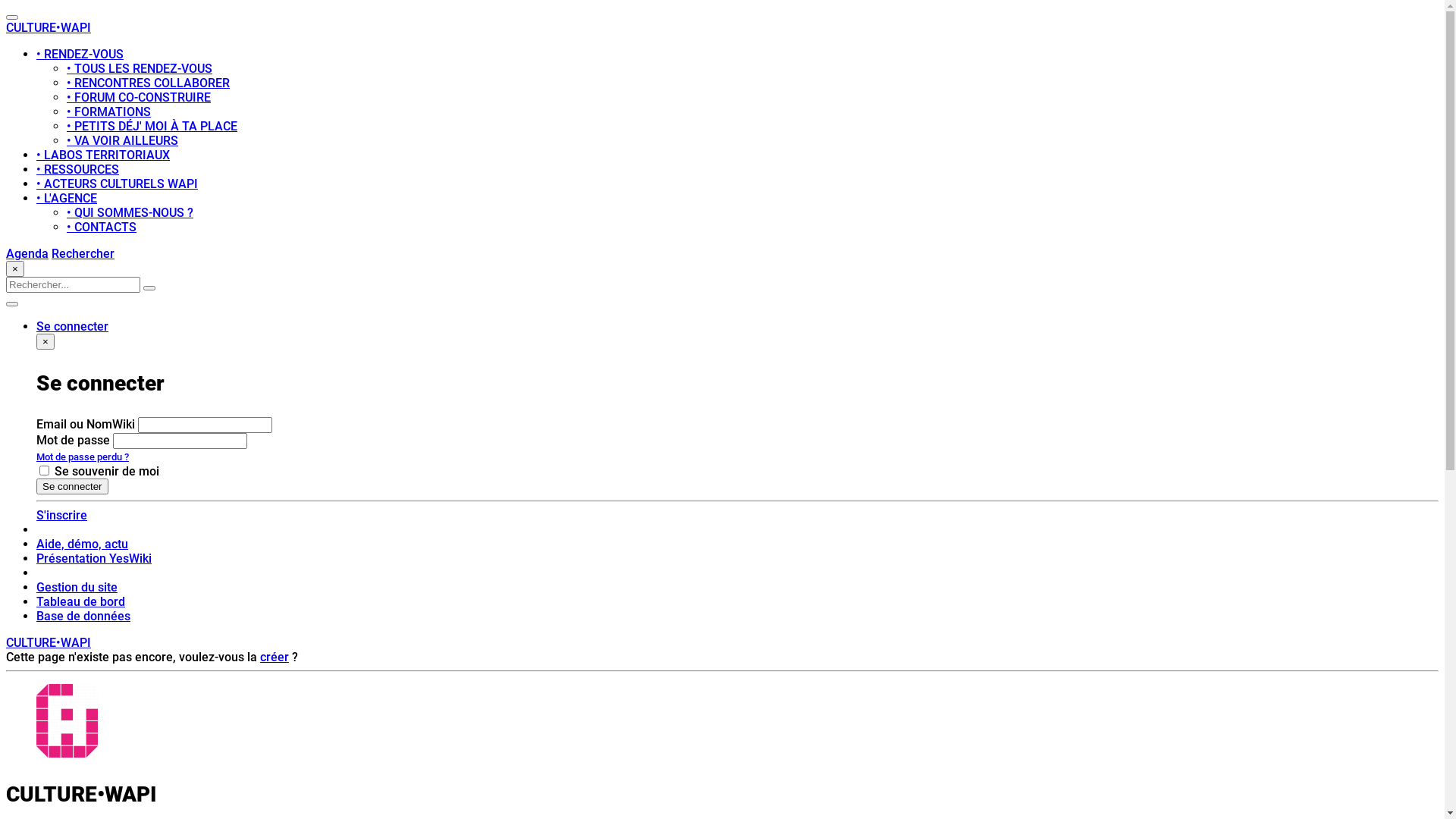 The image size is (1456, 819). Describe the element at coordinates (61, 514) in the screenshot. I see `'S'inscrire'` at that location.